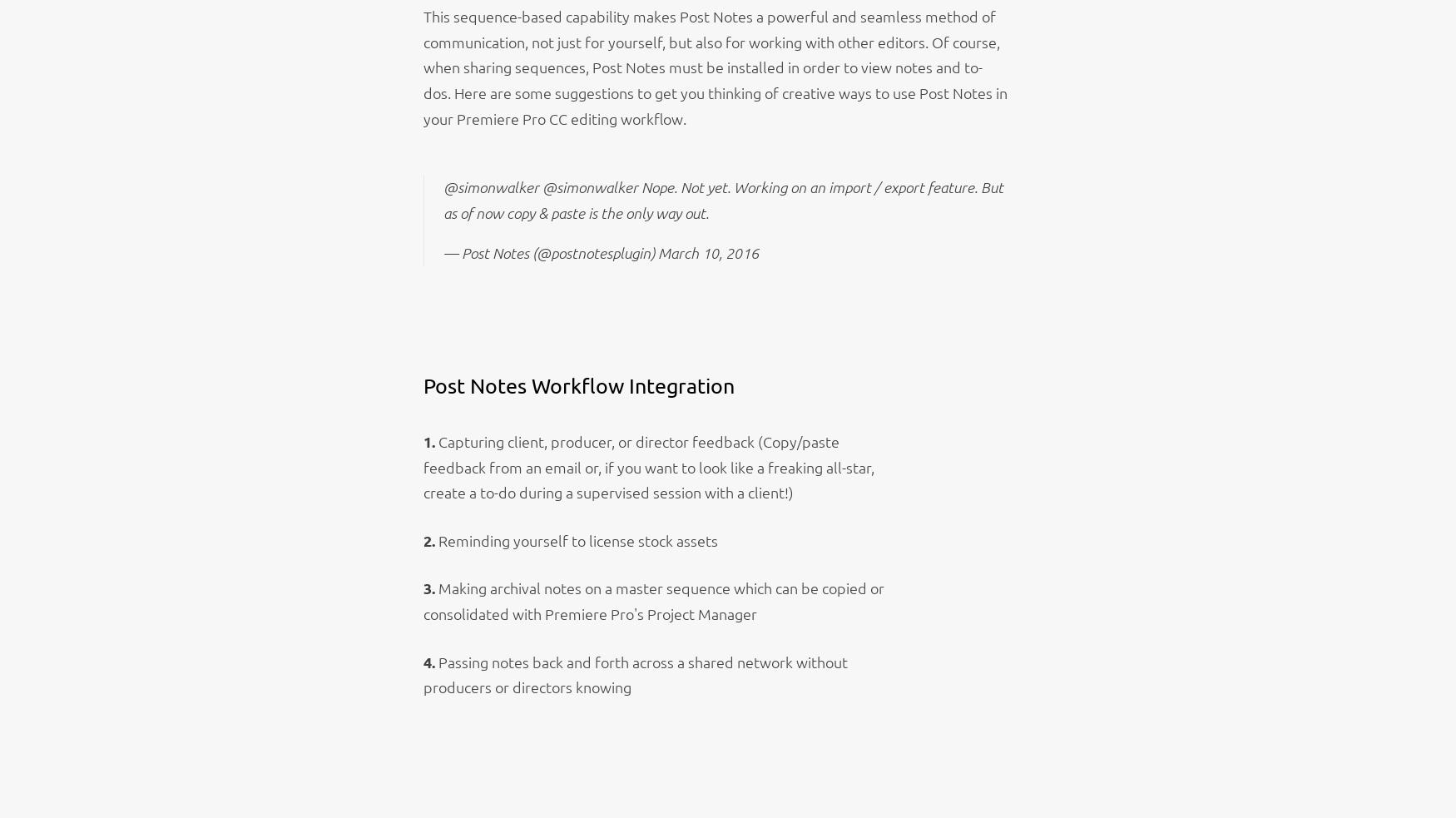  I want to click on '3.', so click(422, 587).